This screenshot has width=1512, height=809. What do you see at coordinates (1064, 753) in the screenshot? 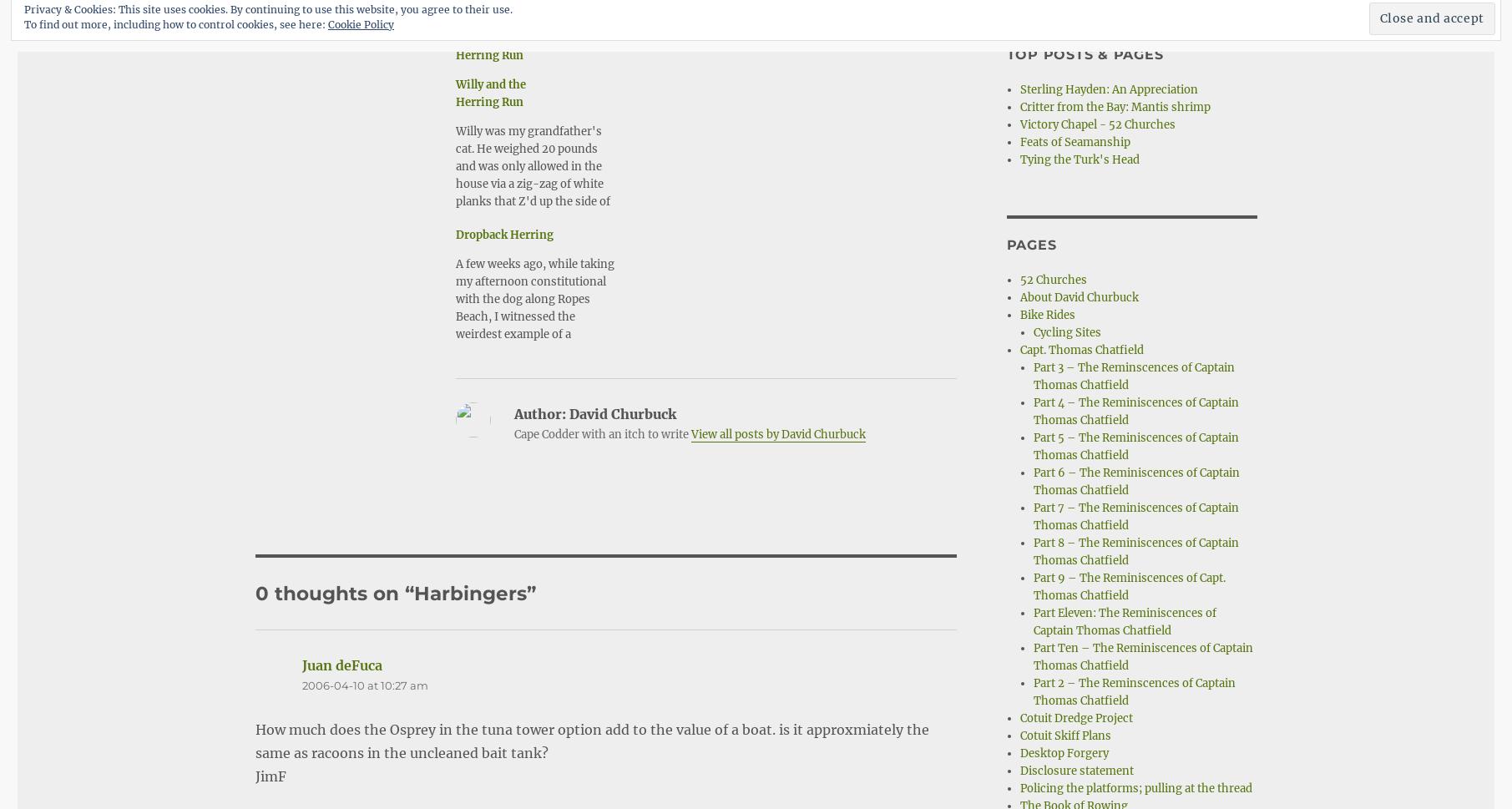
I see `'Desktop Forgery'` at bounding box center [1064, 753].